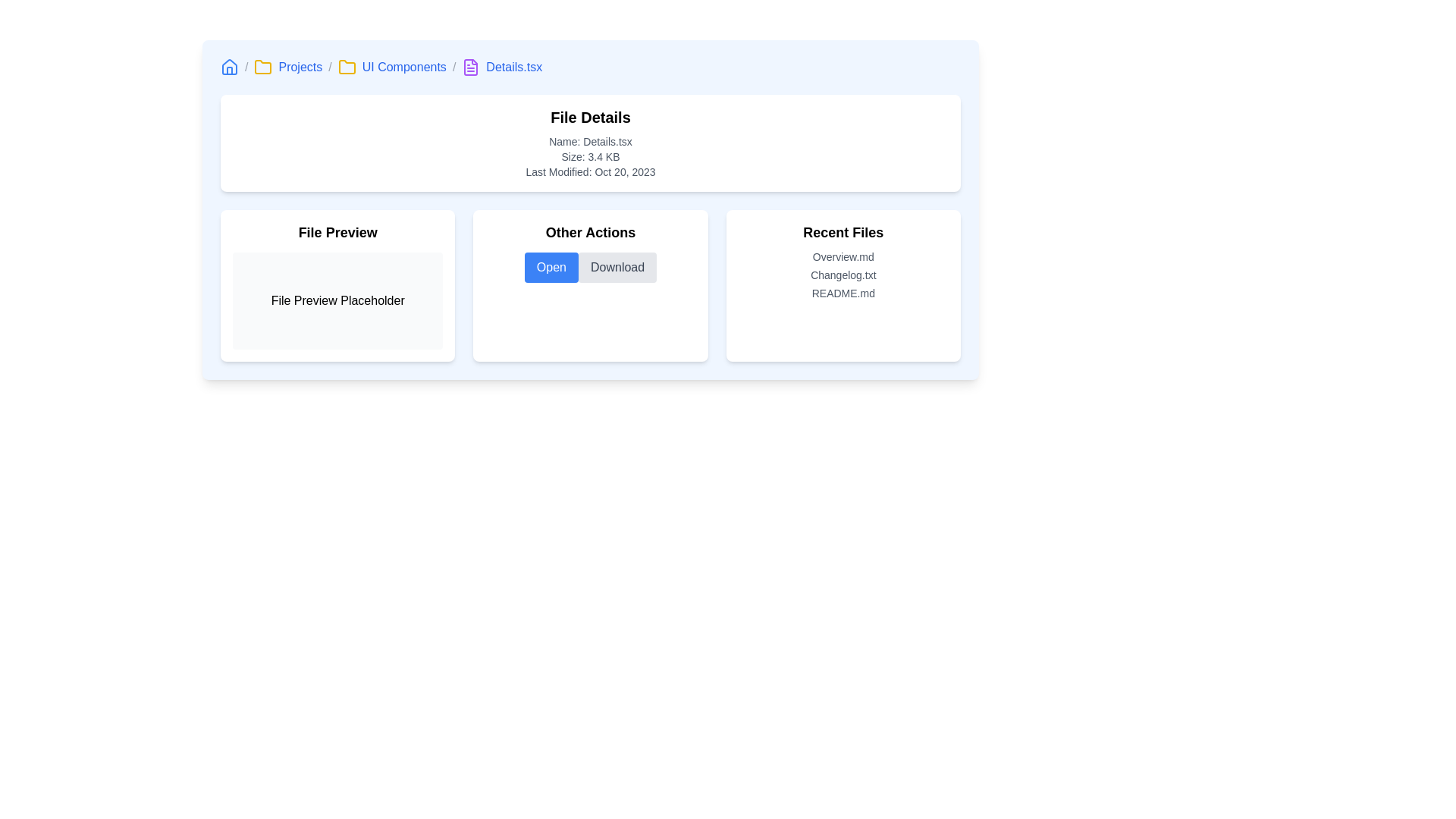  I want to click on the 'Projects' text link in the breadcrumb navigation bar to potentially reveal additional information, so click(300, 66).